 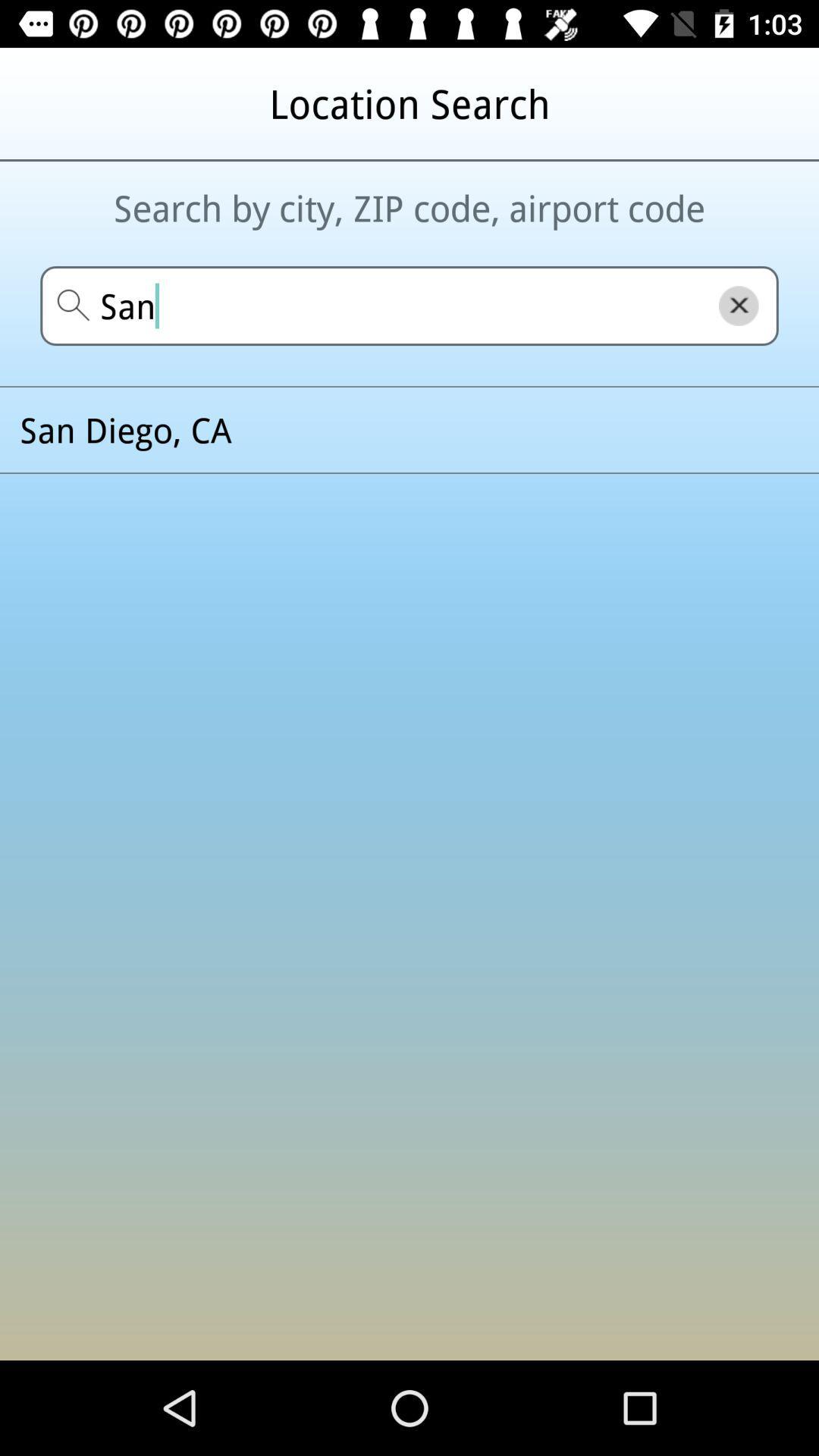 What do you see at coordinates (74, 305) in the screenshot?
I see `the search icon` at bounding box center [74, 305].